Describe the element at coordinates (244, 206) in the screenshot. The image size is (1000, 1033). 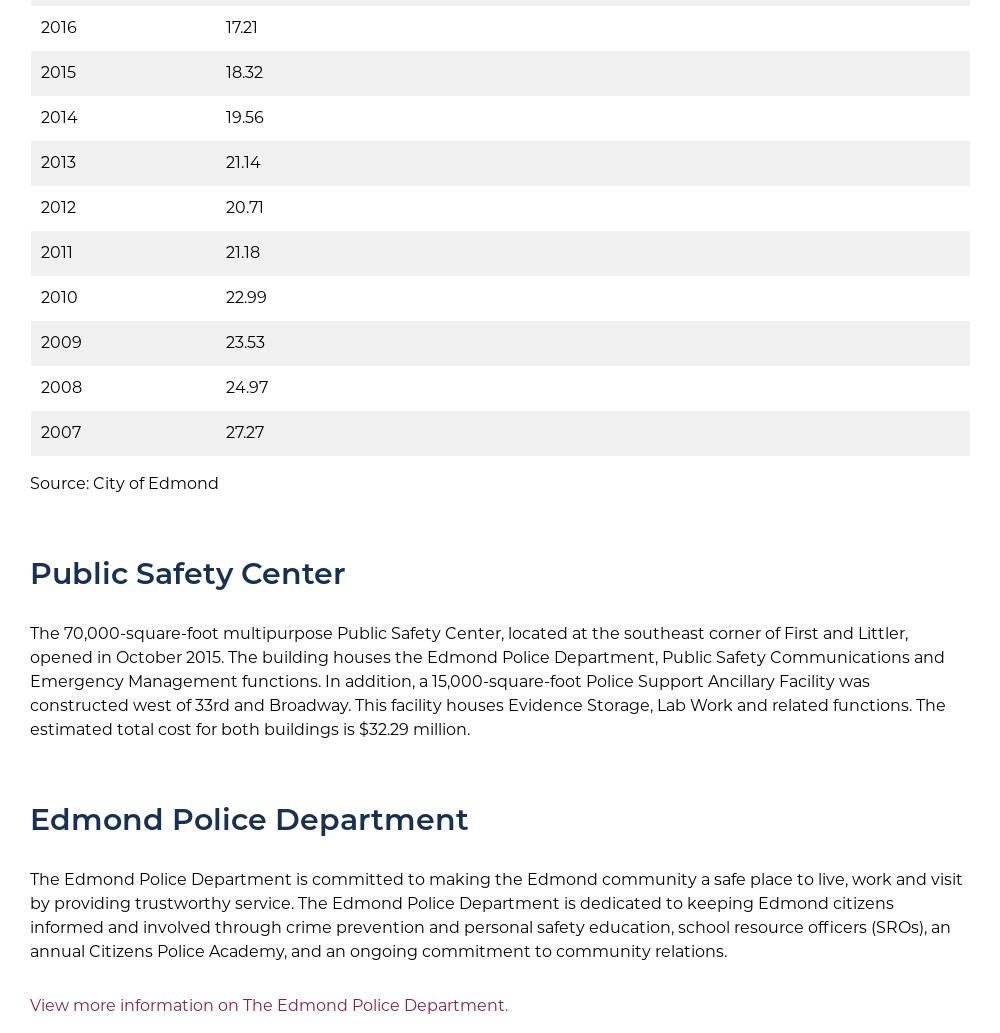
I see `'20.71'` at that location.